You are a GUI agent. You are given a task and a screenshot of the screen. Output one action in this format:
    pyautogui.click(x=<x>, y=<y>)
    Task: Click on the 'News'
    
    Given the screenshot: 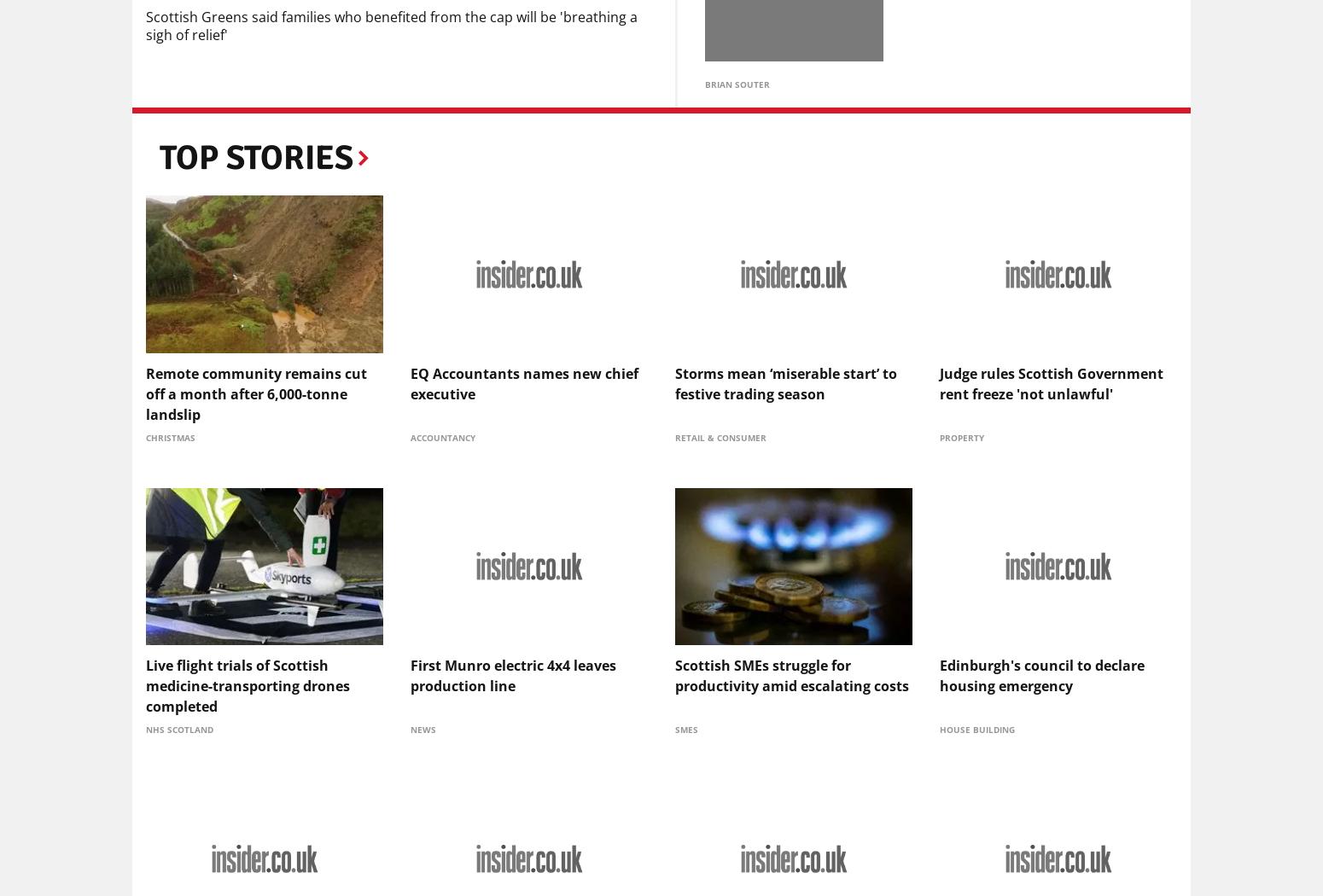 What is the action you would take?
    pyautogui.click(x=423, y=728)
    